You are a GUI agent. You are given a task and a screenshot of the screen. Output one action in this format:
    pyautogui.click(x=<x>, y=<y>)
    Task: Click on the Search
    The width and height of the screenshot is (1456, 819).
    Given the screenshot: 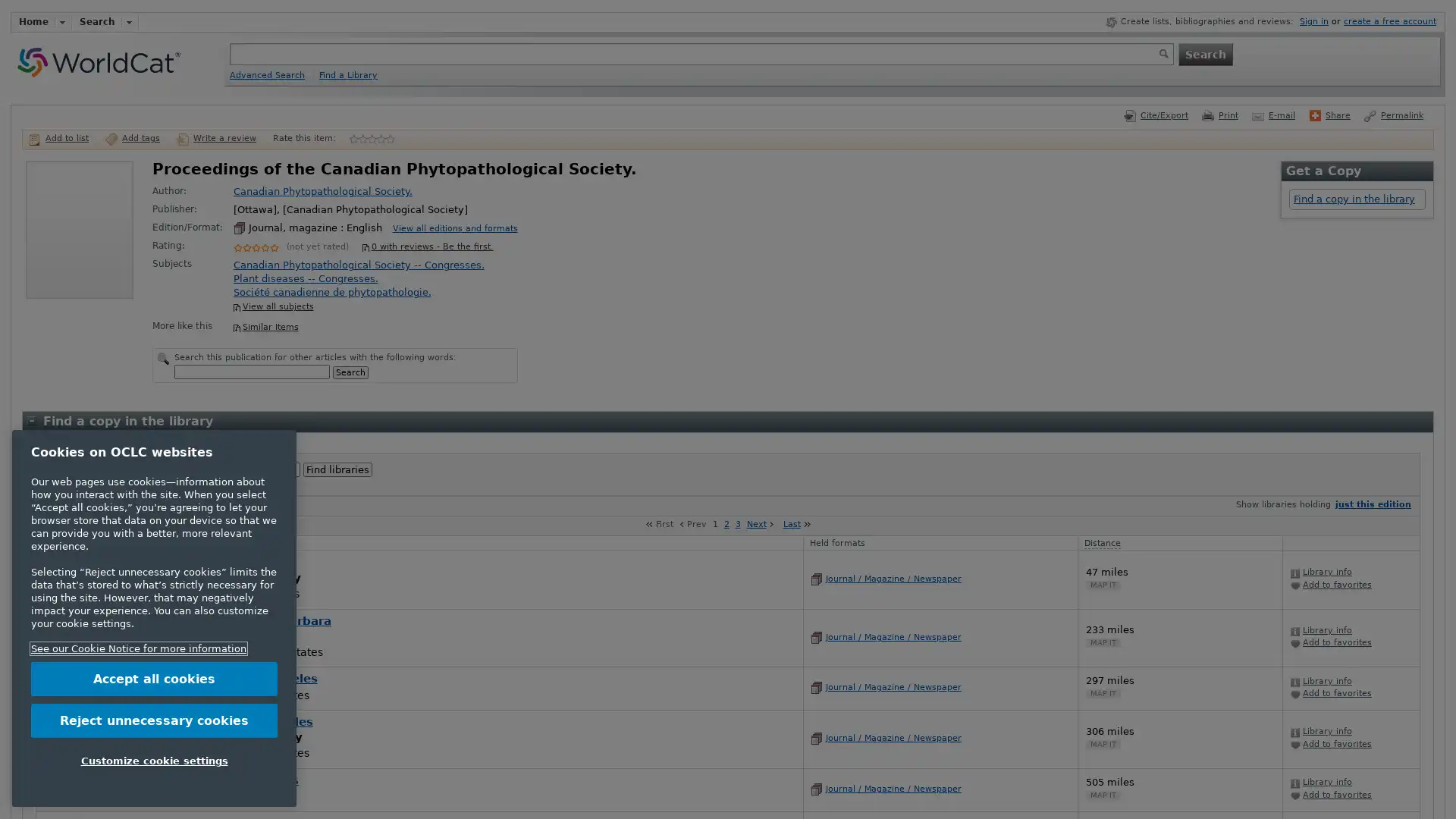 What is the action you would take?
    pyautogui.click(x=349, y=372)
    